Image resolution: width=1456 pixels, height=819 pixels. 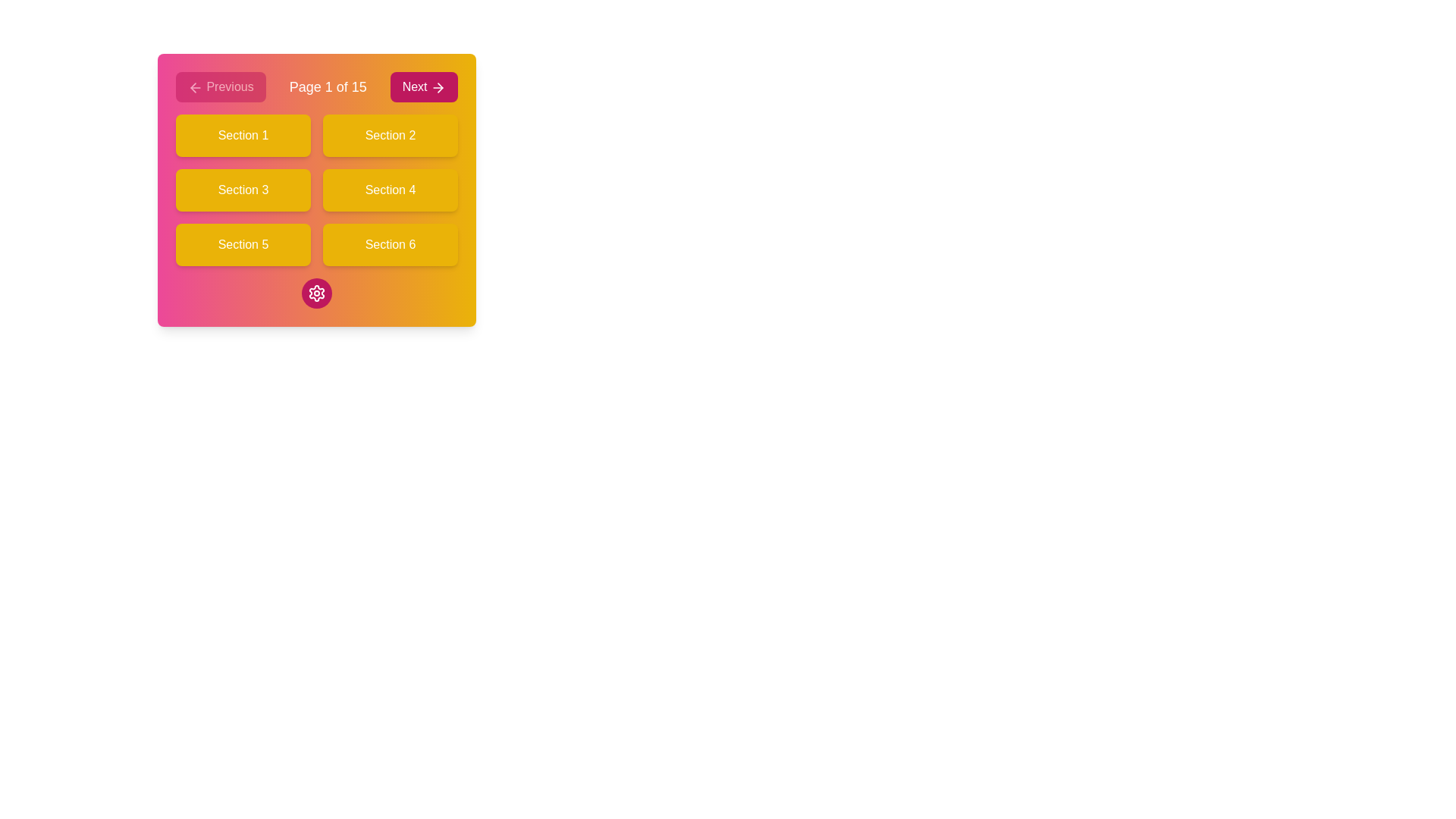 What do you see at coordinates (439, 87) in the screenshot?
I see `the arrow icon of the 'Next' button located in the top-right section of the interface` at bounding box center [439, 87].